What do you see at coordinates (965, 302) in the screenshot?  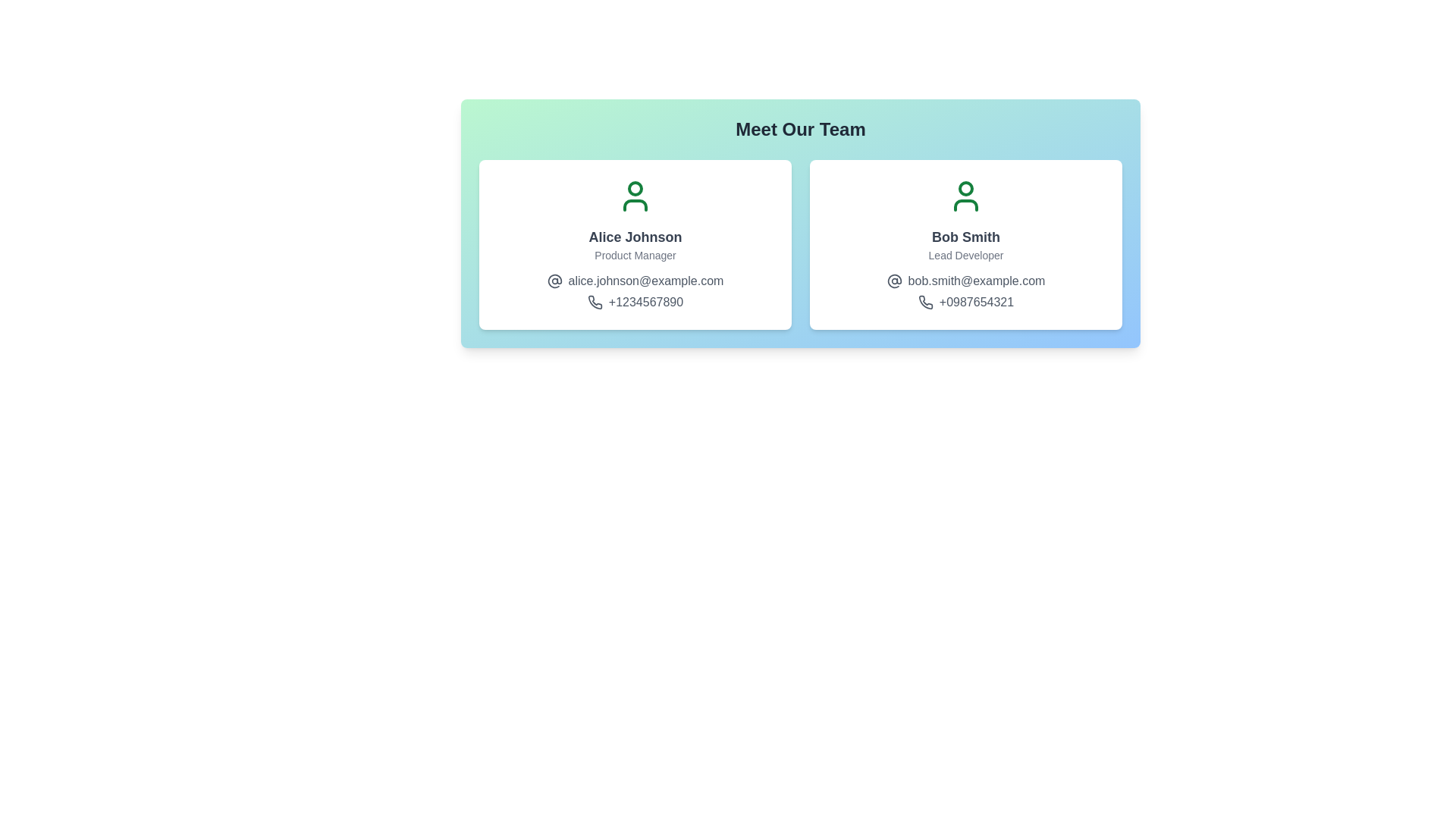 I see `the phone number text element '+0987654321' with the adjacent telephone icon, located within Bob Smith's contact details card` at bounding box center [965, 302].